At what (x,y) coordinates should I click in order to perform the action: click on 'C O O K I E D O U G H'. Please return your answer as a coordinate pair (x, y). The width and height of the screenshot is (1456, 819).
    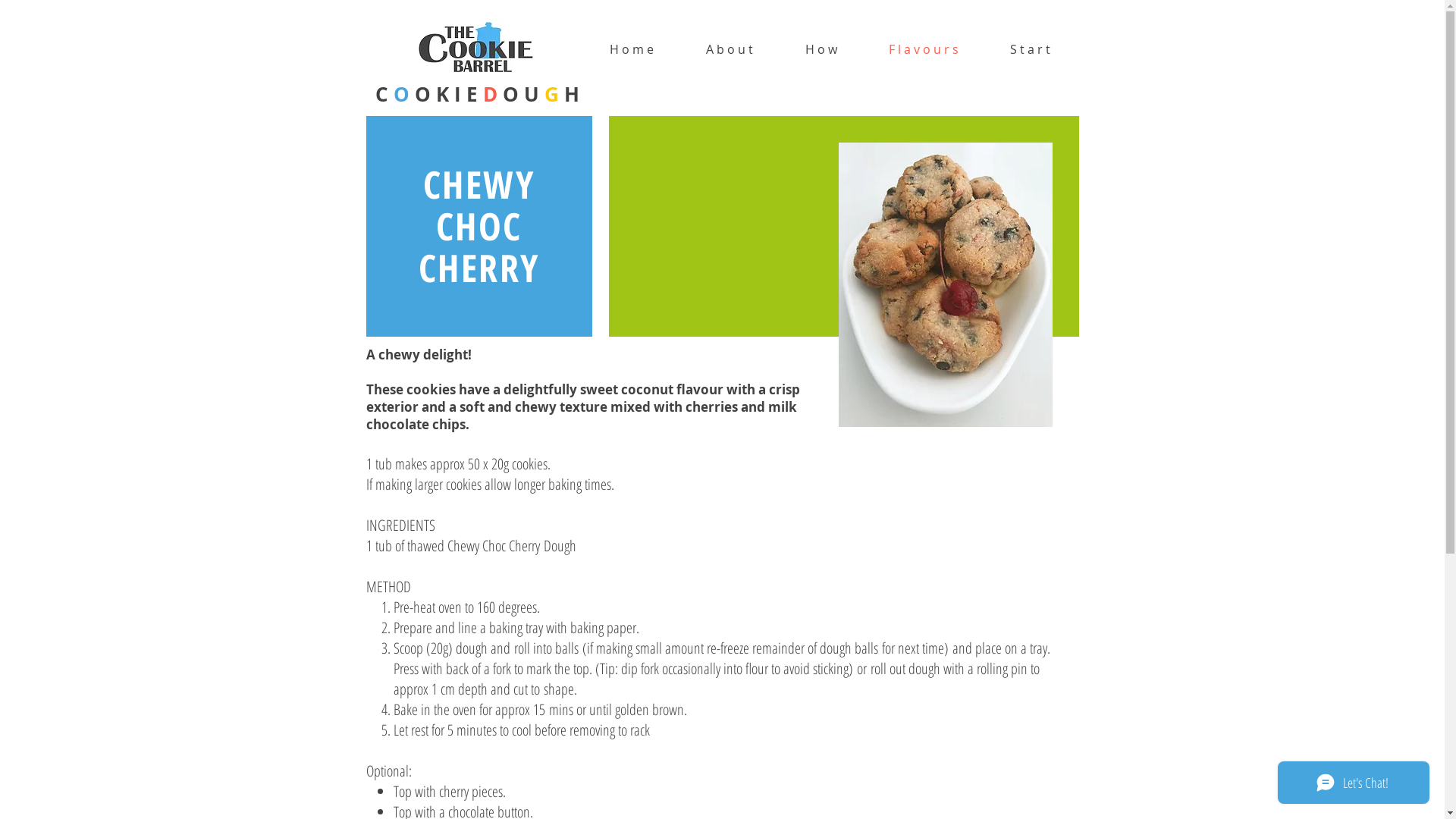
    Looking at the image, I should click on (475, 93).